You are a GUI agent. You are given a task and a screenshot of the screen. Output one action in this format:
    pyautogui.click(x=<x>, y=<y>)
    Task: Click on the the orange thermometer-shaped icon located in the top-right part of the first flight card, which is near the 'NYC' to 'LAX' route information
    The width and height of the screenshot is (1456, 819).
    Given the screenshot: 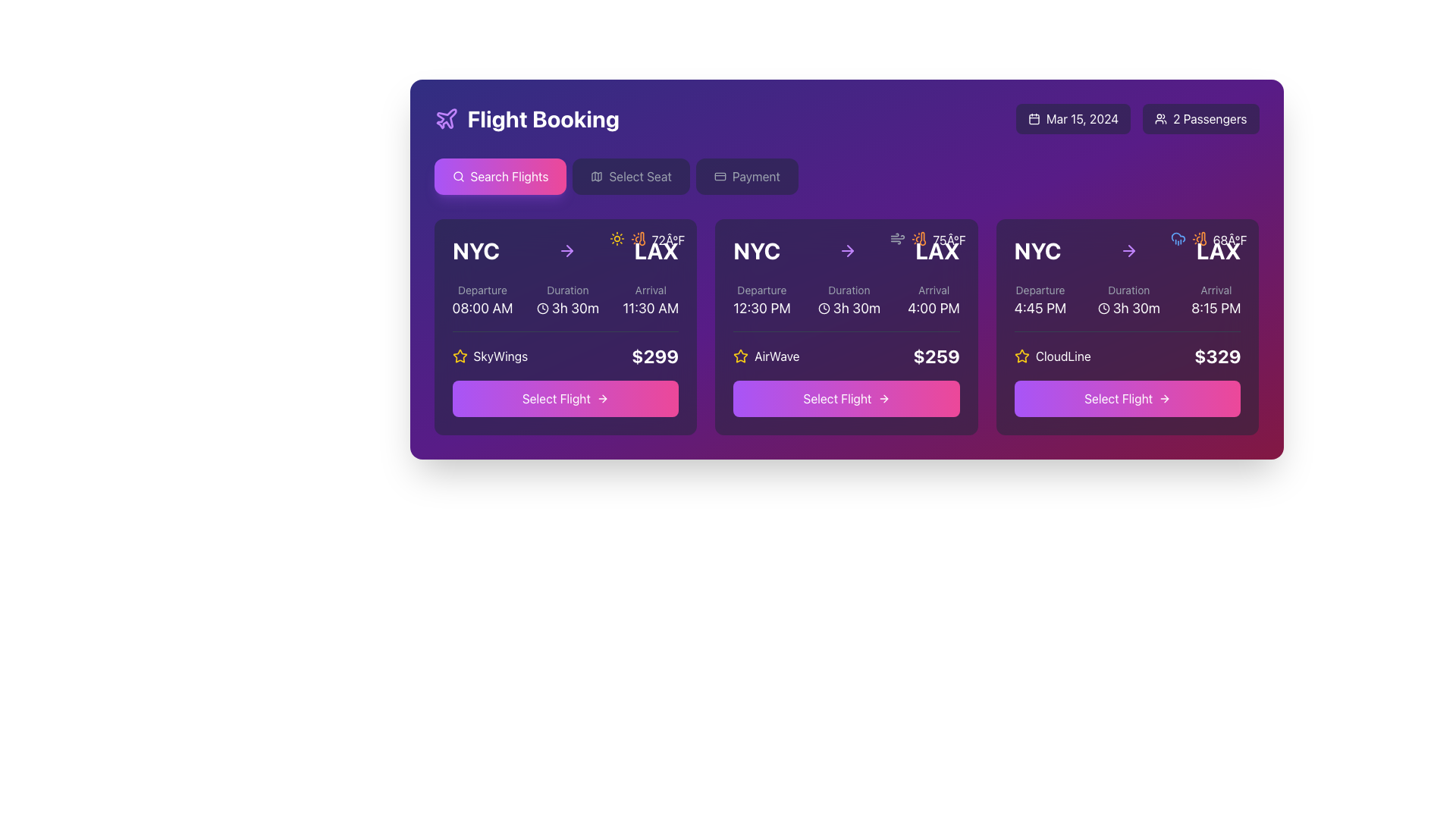 What is the action you would take?
    pyautogui.click(x=642, y=239)
    